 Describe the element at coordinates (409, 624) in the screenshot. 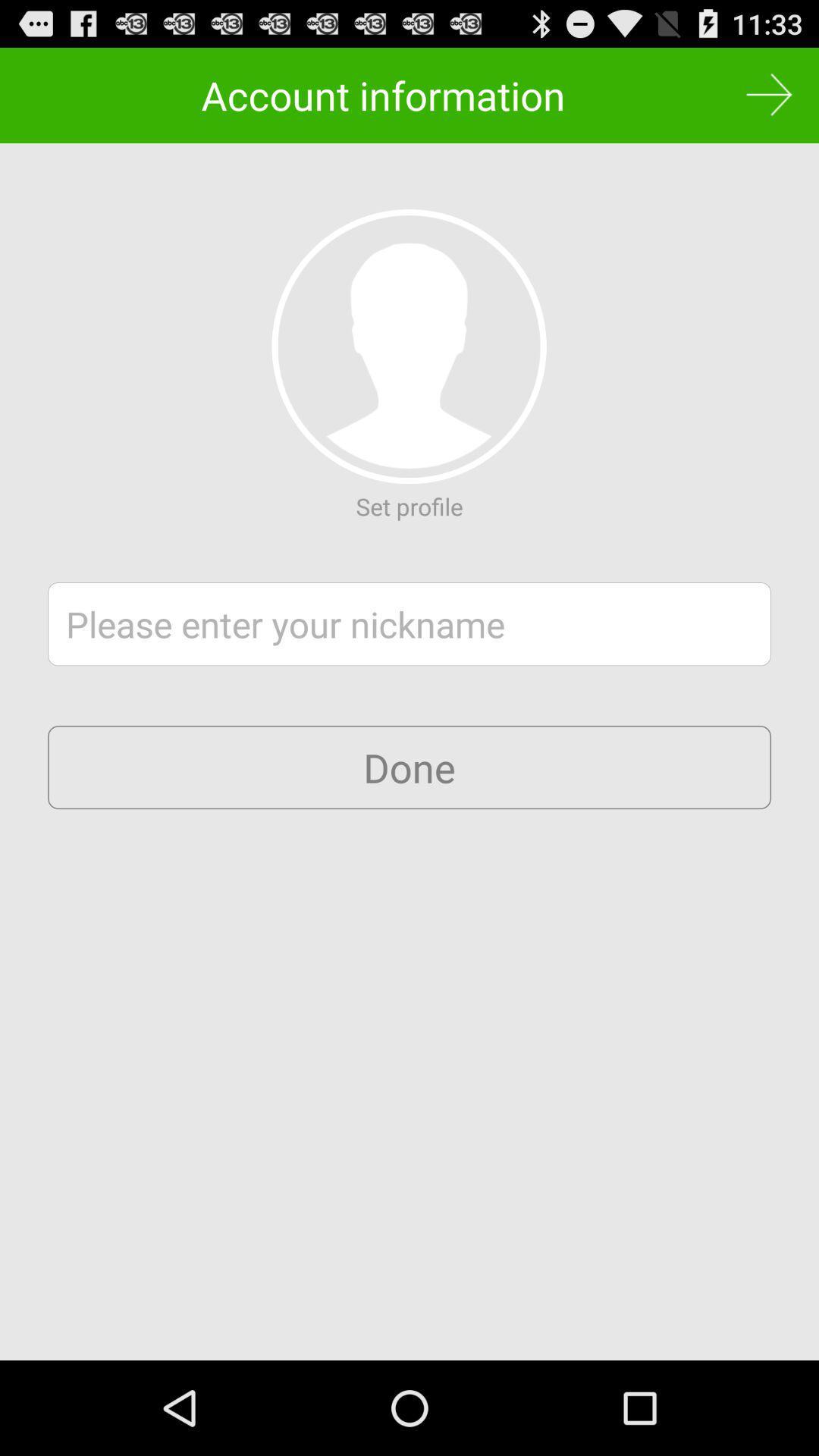

I see `nickname` at that location.